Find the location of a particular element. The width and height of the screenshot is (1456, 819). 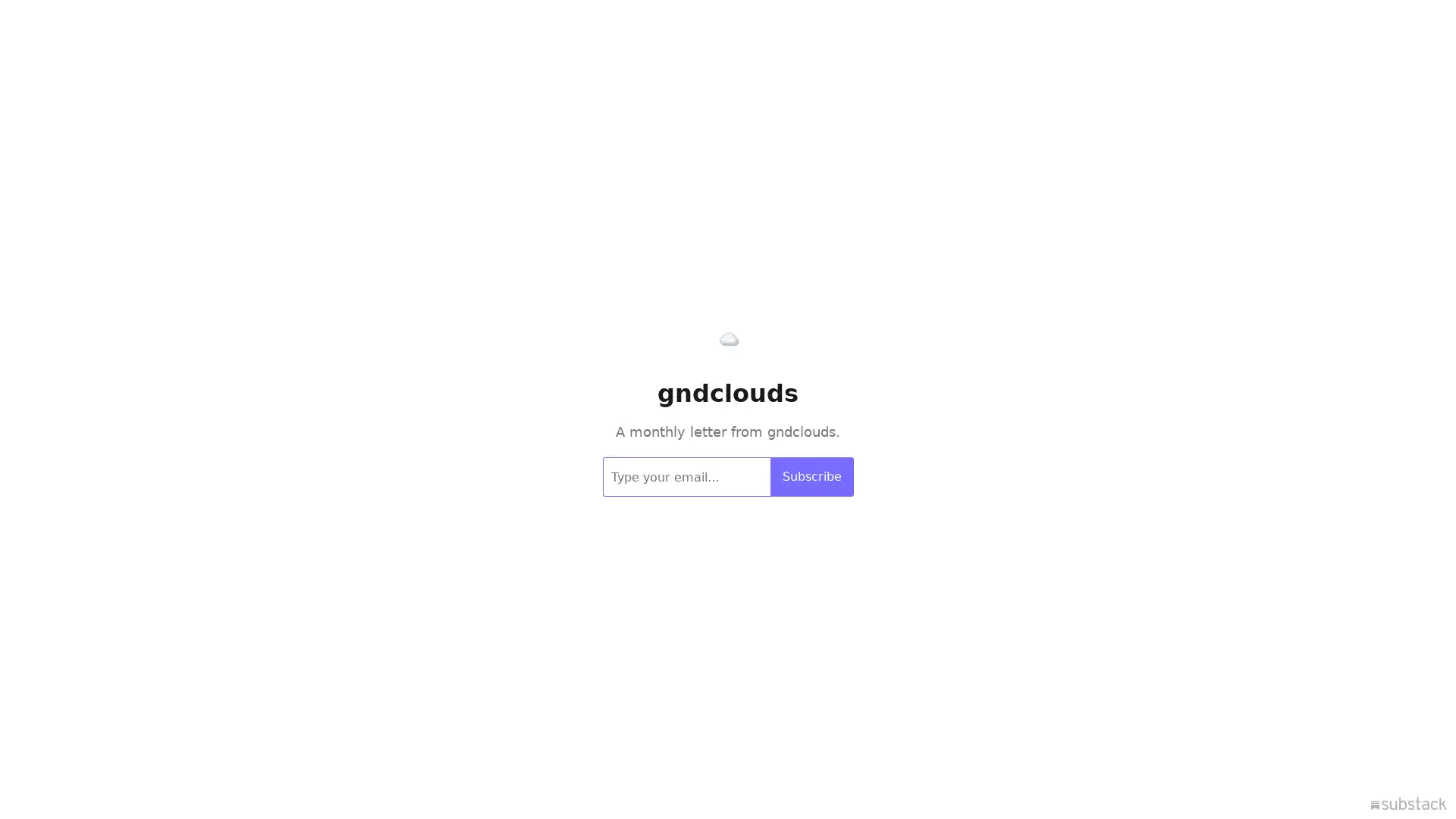

Subscribe is located at coordinates (811, 475).